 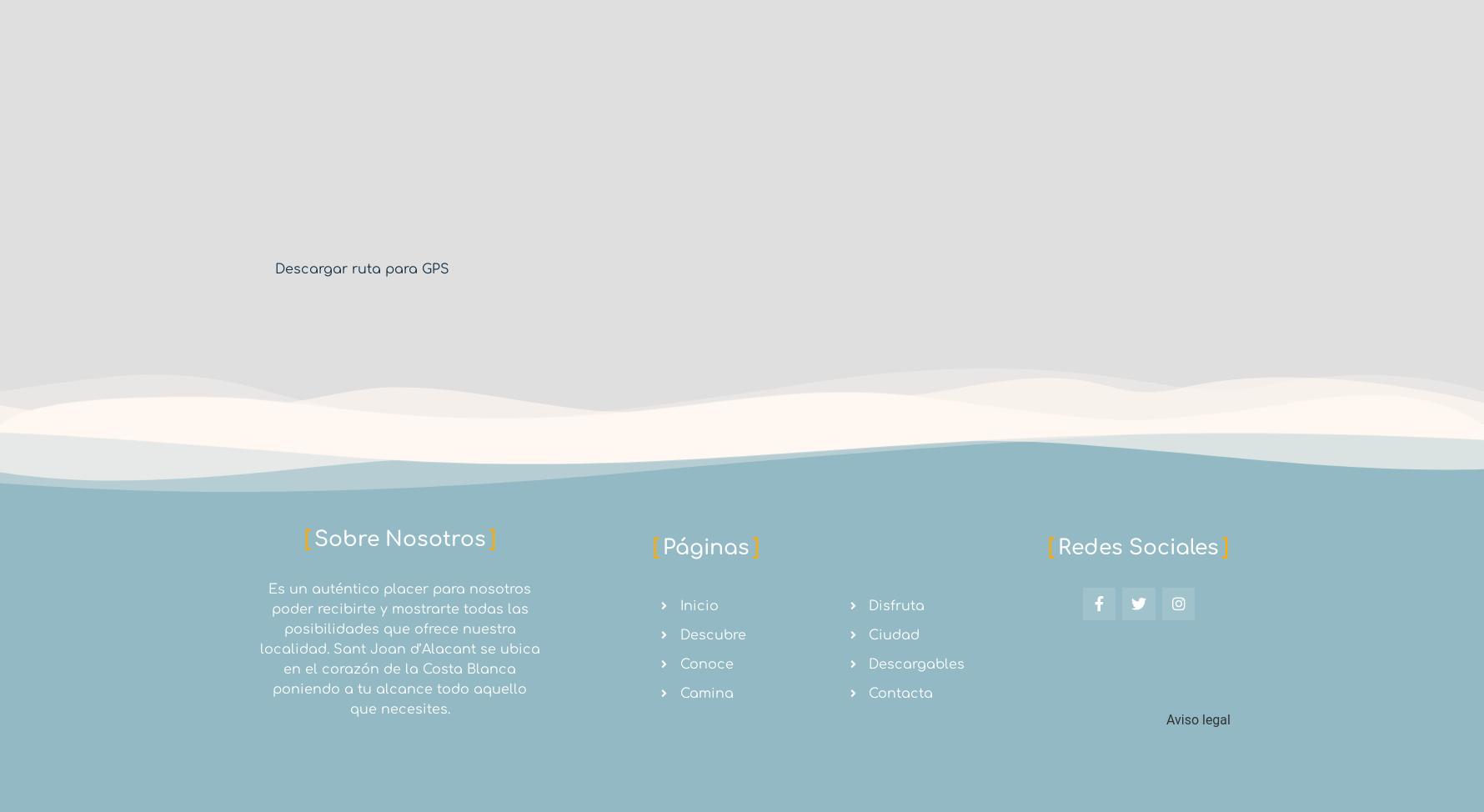 I want to click on 'Es un auténtico placer para nosotros poder recibirte y mostrarte todas las posibilidades que ofrece nuestra localidad. Sant Joan d’Alacant se ubica en el corazón de la Costa Blanca poniendo a tu alcance todo aquello que necesites.', so click(x=399, y=648).